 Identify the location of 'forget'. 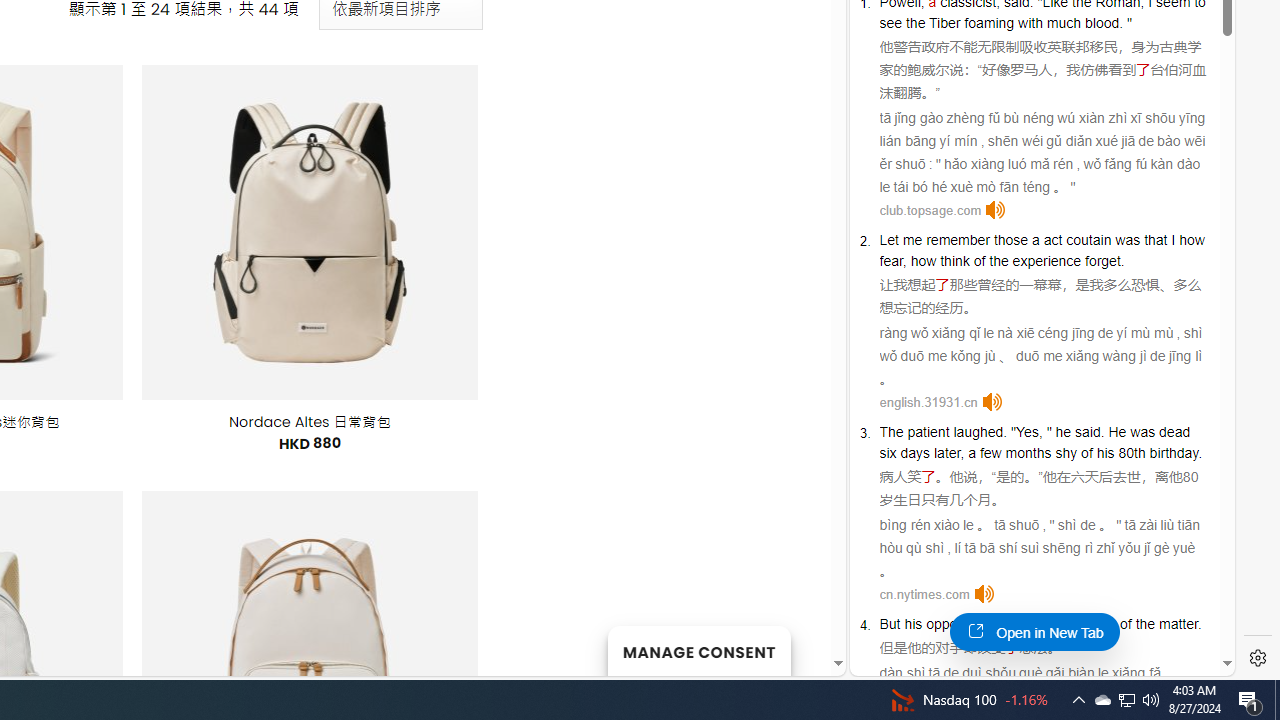
(1102, 260).